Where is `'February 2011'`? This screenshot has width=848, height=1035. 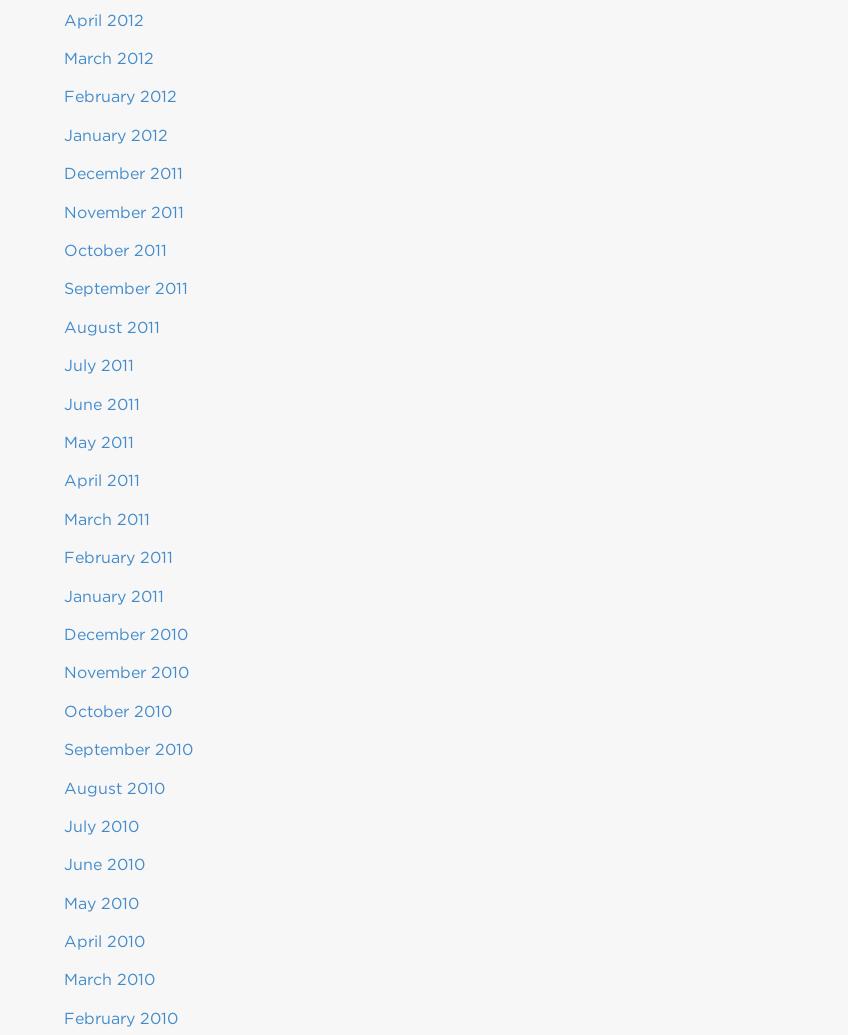
'February 2011' is located at coordinates (117, 556).